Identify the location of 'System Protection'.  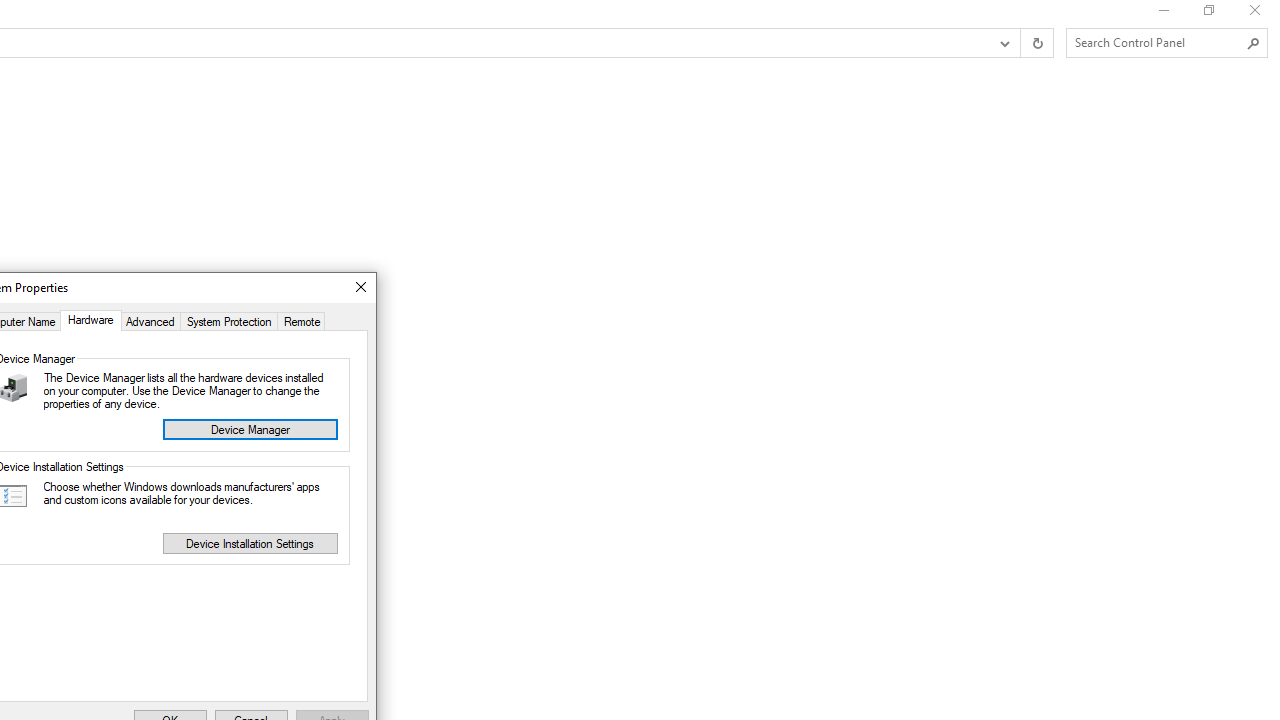
(229, 319).